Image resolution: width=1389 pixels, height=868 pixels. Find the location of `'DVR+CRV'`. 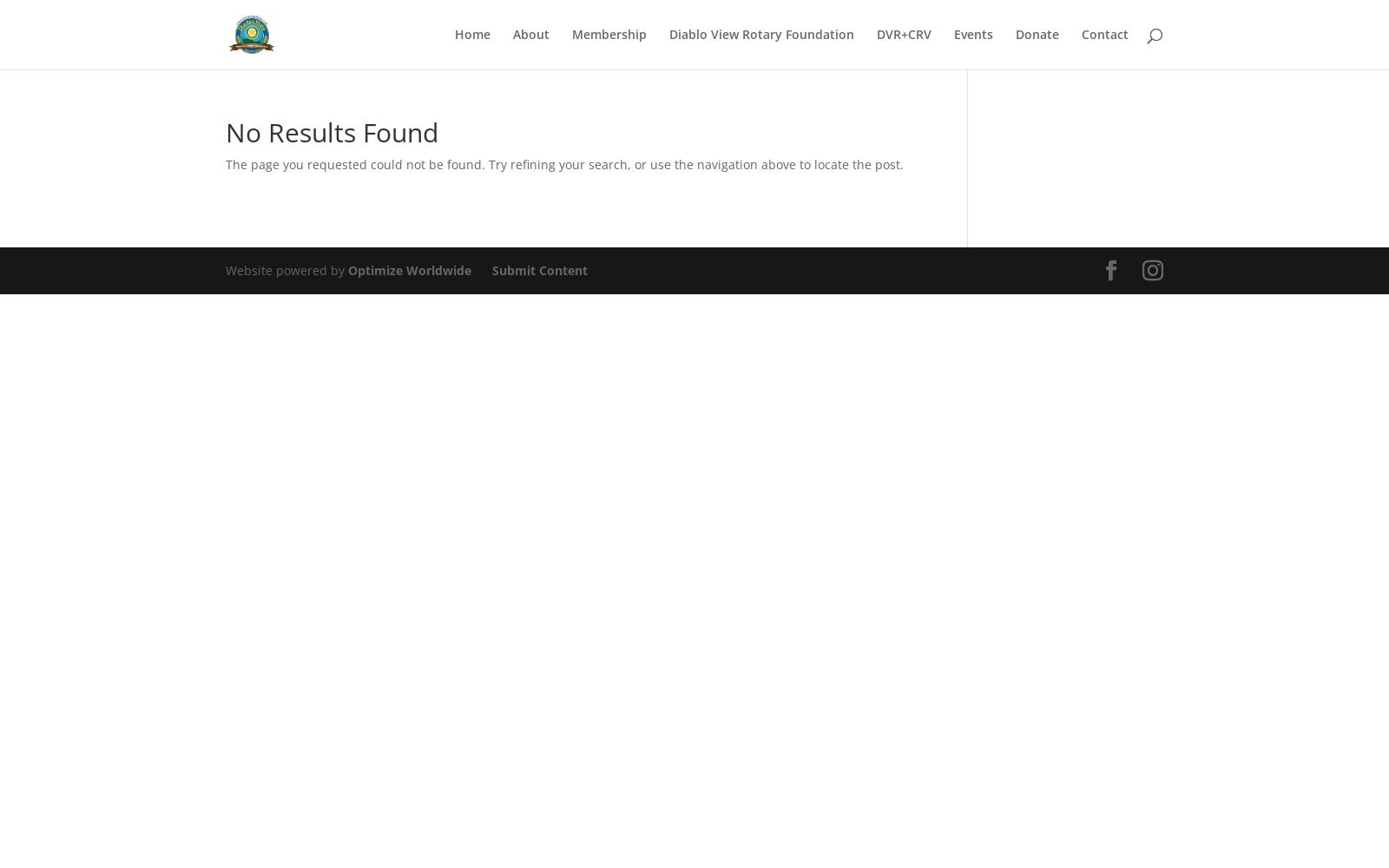

'DVR+CRV' is located at coordinates (904, 34).